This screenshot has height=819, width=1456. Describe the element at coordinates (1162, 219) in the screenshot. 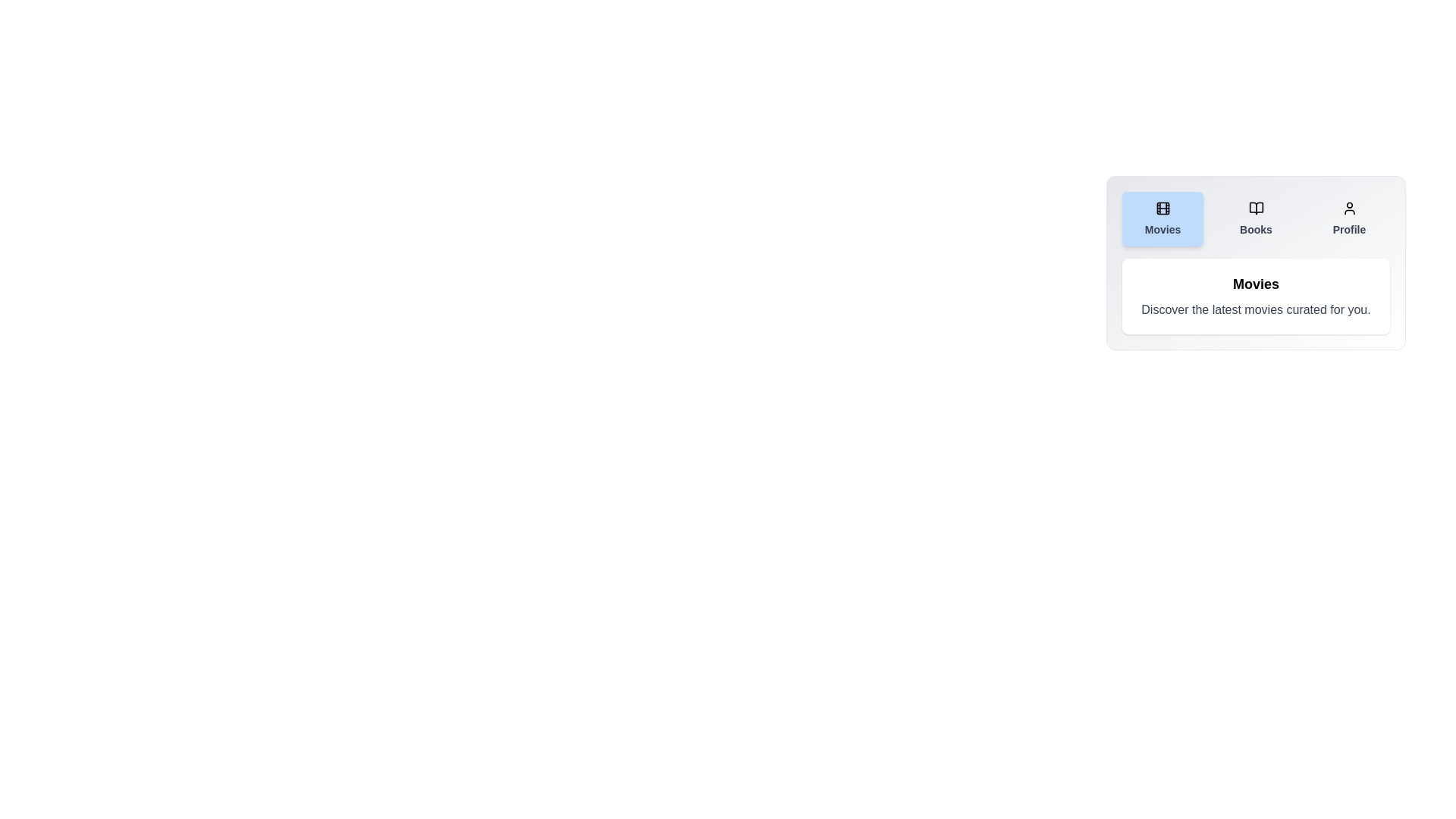

I see `the Movies tab` at that location.